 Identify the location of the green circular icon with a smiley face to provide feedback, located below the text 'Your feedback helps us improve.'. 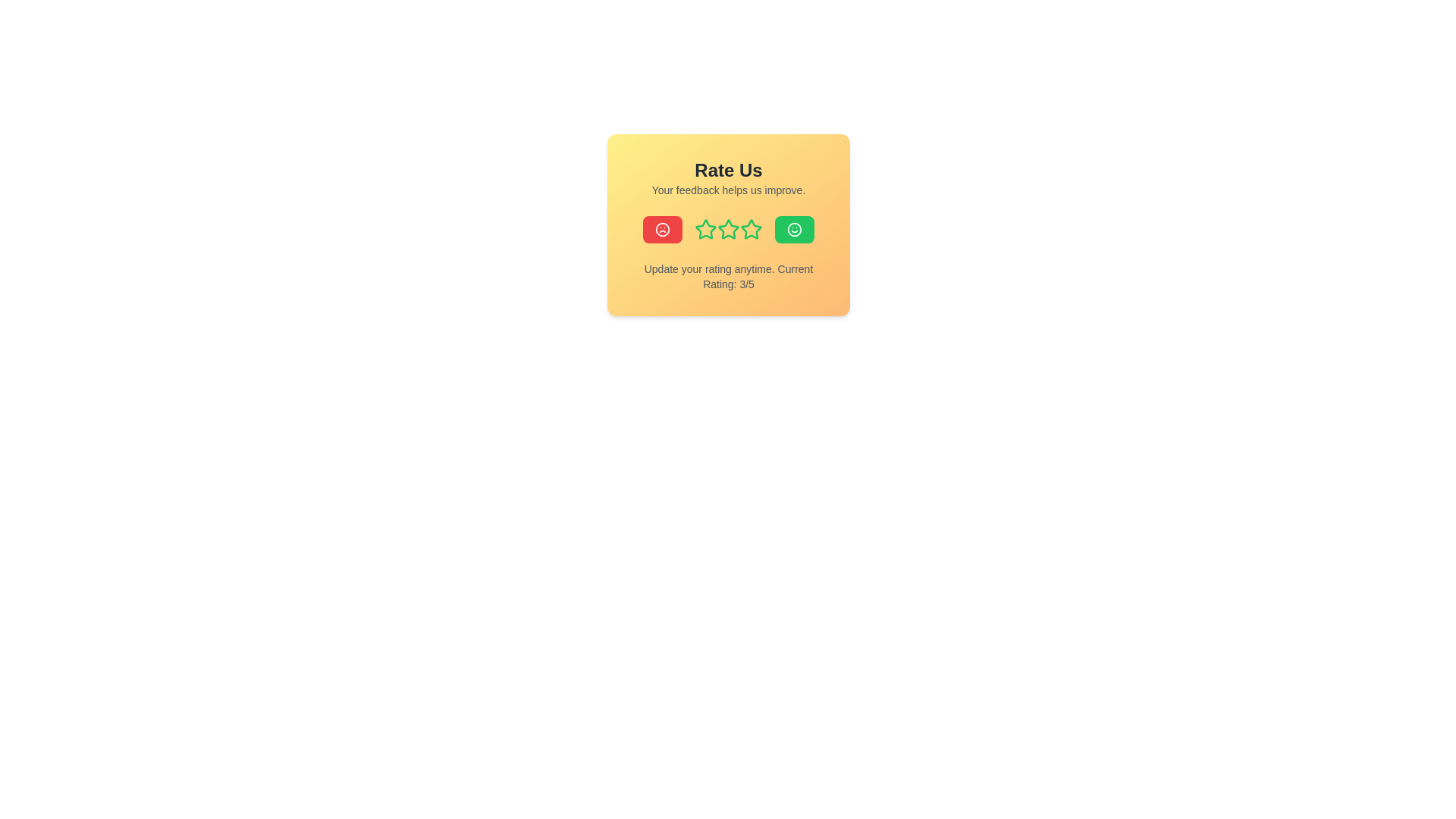
(793, 230).